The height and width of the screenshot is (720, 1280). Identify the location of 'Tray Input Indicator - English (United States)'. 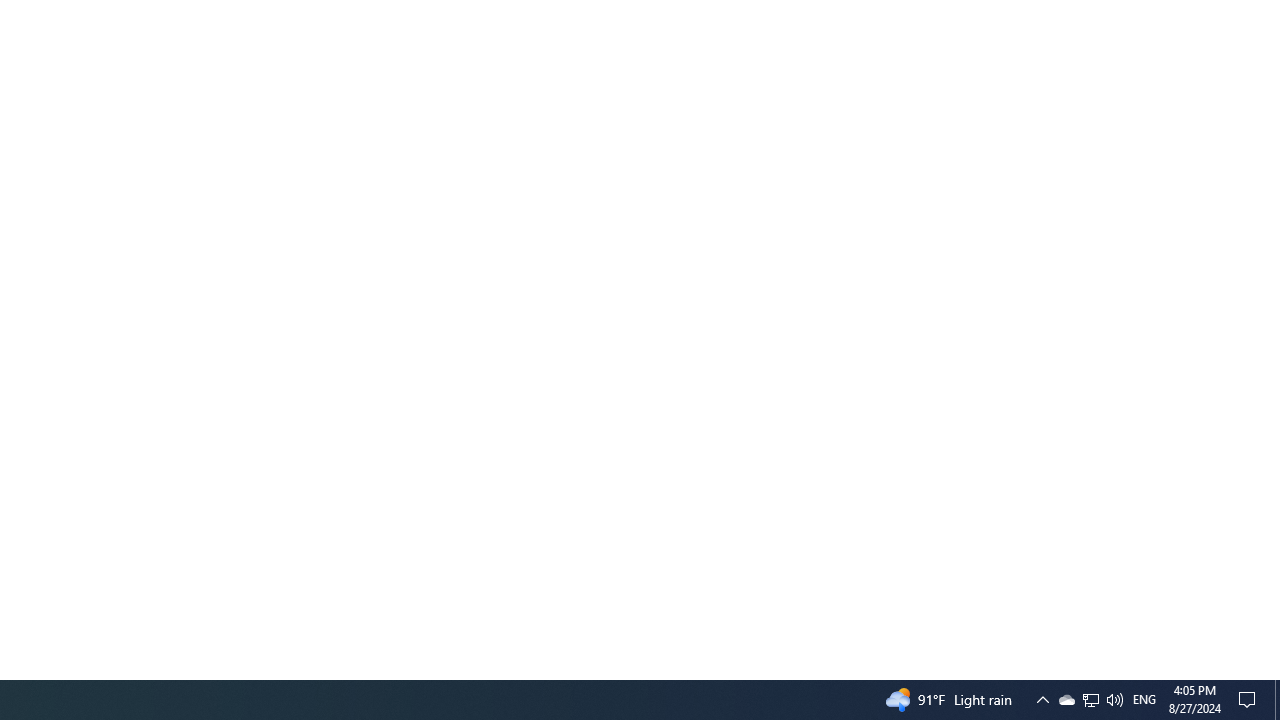
(1113, 698).